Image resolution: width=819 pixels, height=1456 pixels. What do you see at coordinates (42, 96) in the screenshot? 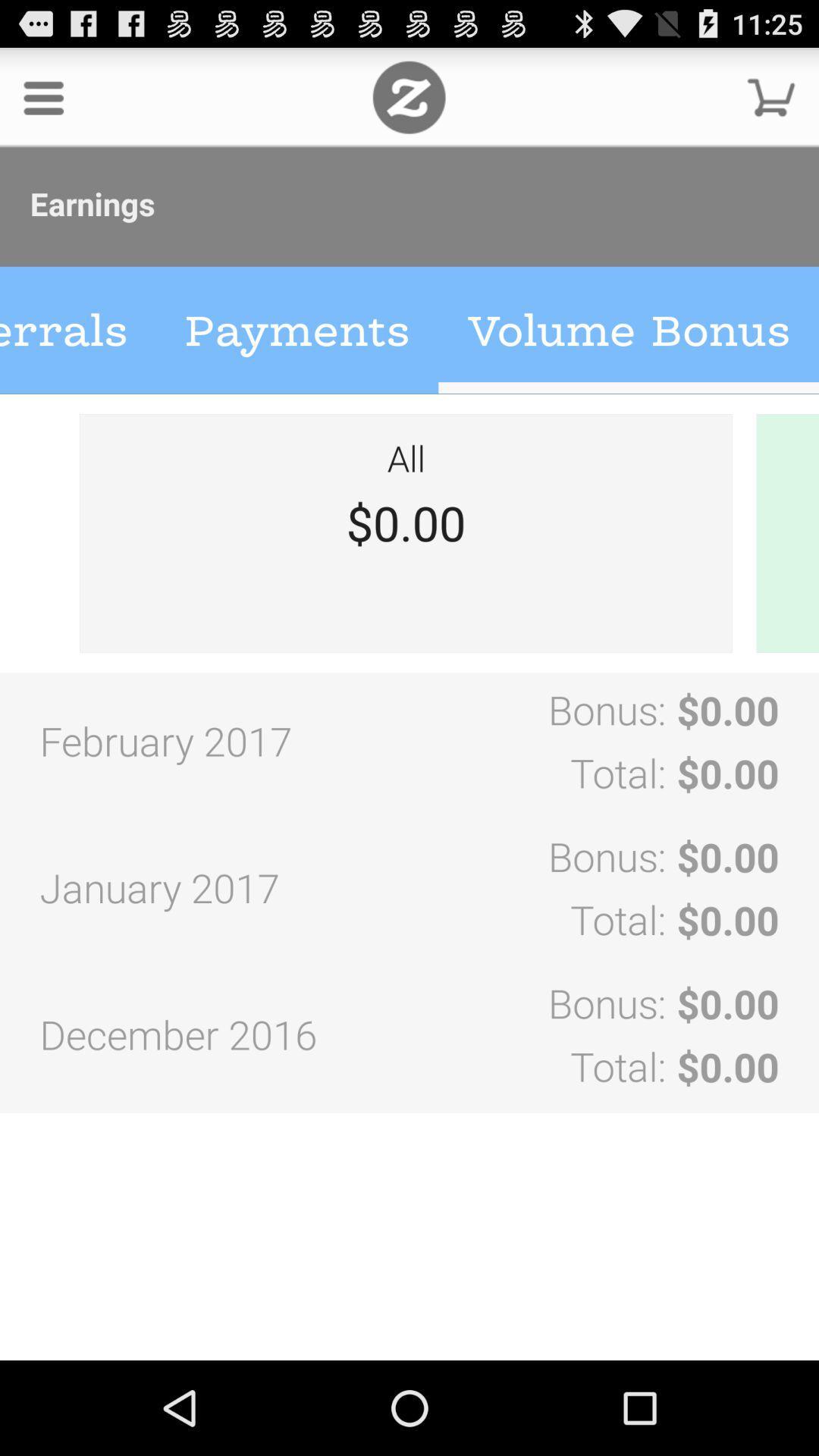
I see `menu` at bounding box center [42, 96].